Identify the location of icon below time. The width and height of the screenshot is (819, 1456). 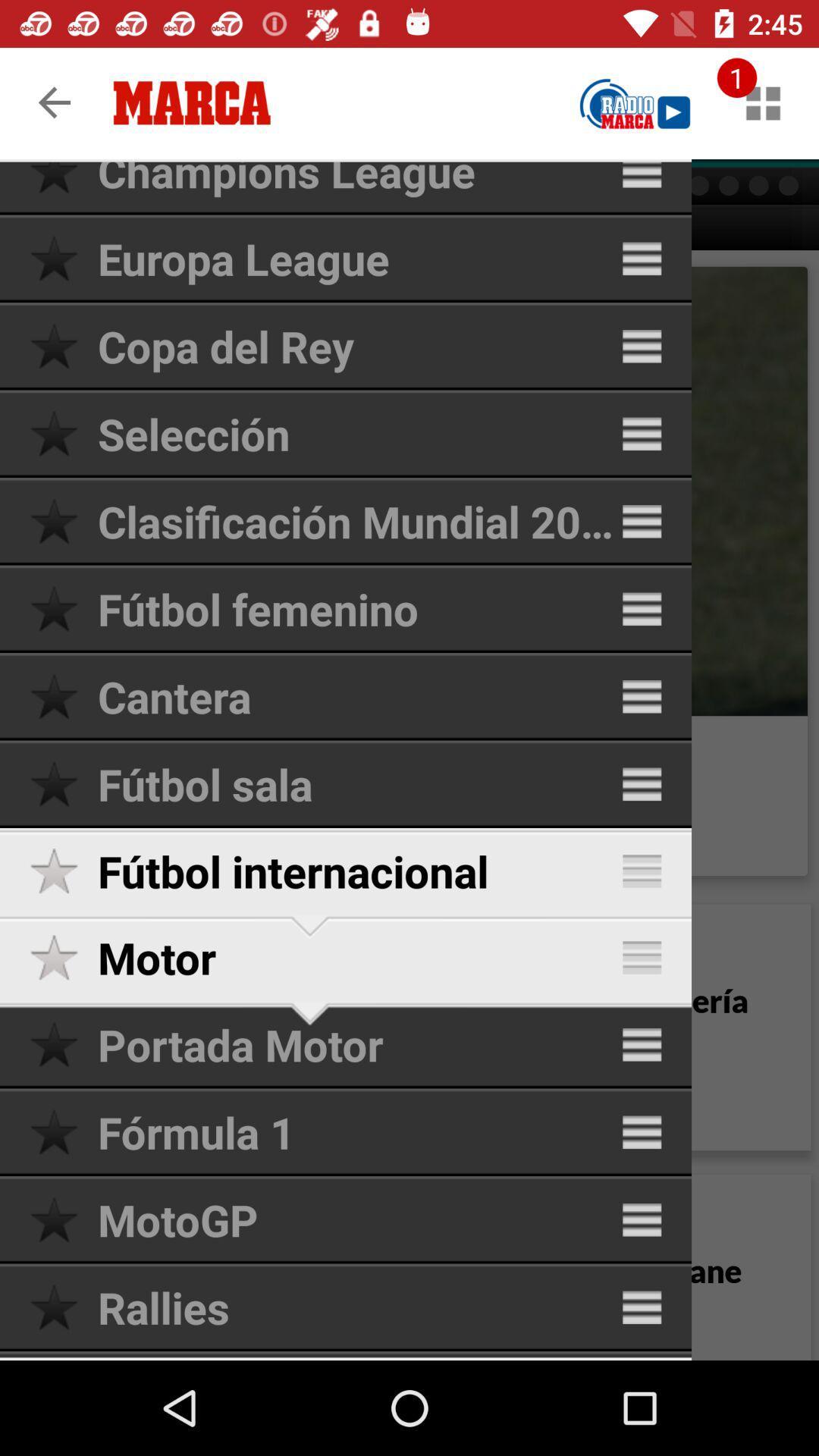
(763, 102).